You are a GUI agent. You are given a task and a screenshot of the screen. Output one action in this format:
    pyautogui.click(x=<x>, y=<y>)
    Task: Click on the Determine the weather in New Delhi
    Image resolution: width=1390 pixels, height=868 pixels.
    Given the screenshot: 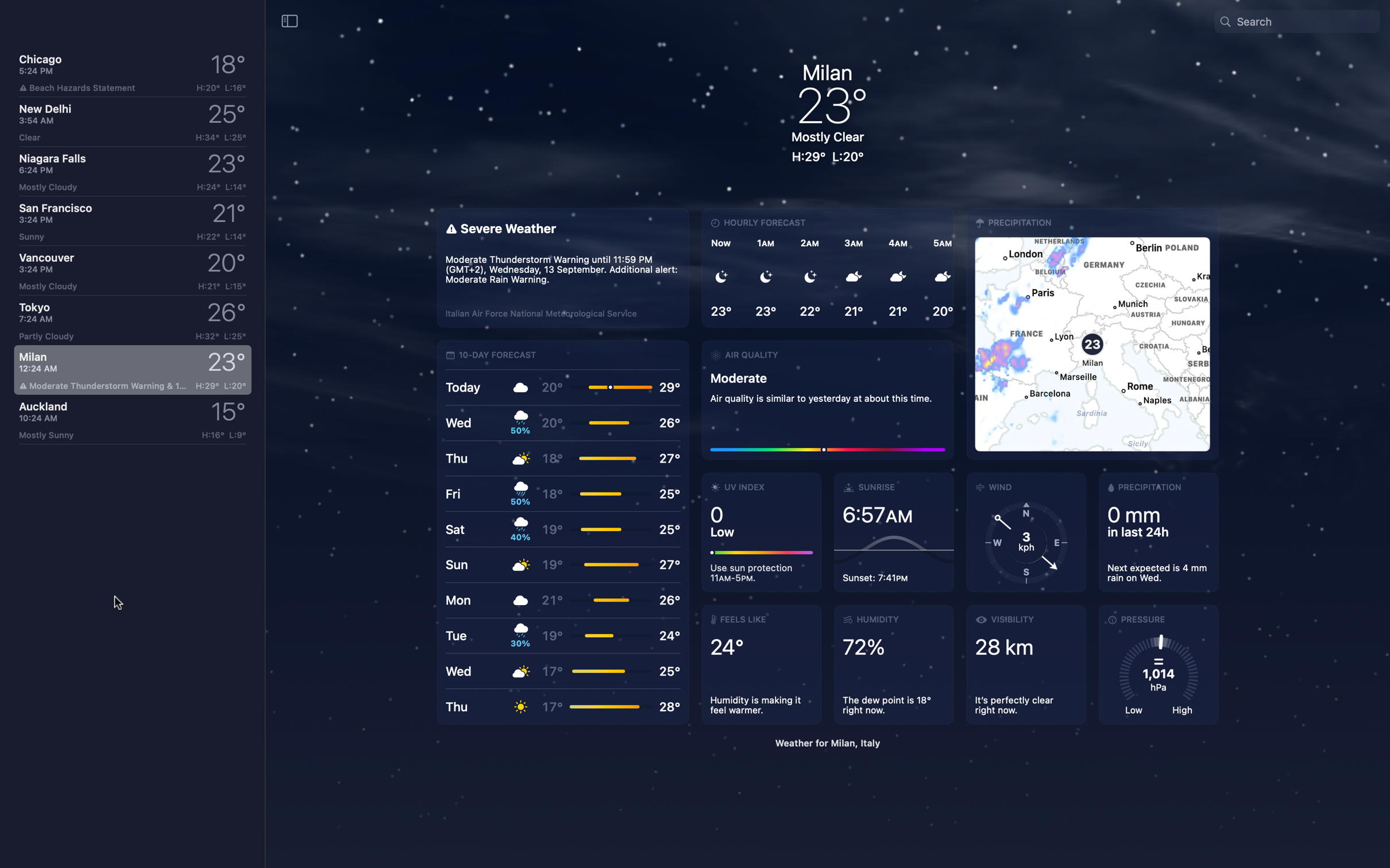 What is the action you would take?
    pyautogui.click(x=132, y=122)
    